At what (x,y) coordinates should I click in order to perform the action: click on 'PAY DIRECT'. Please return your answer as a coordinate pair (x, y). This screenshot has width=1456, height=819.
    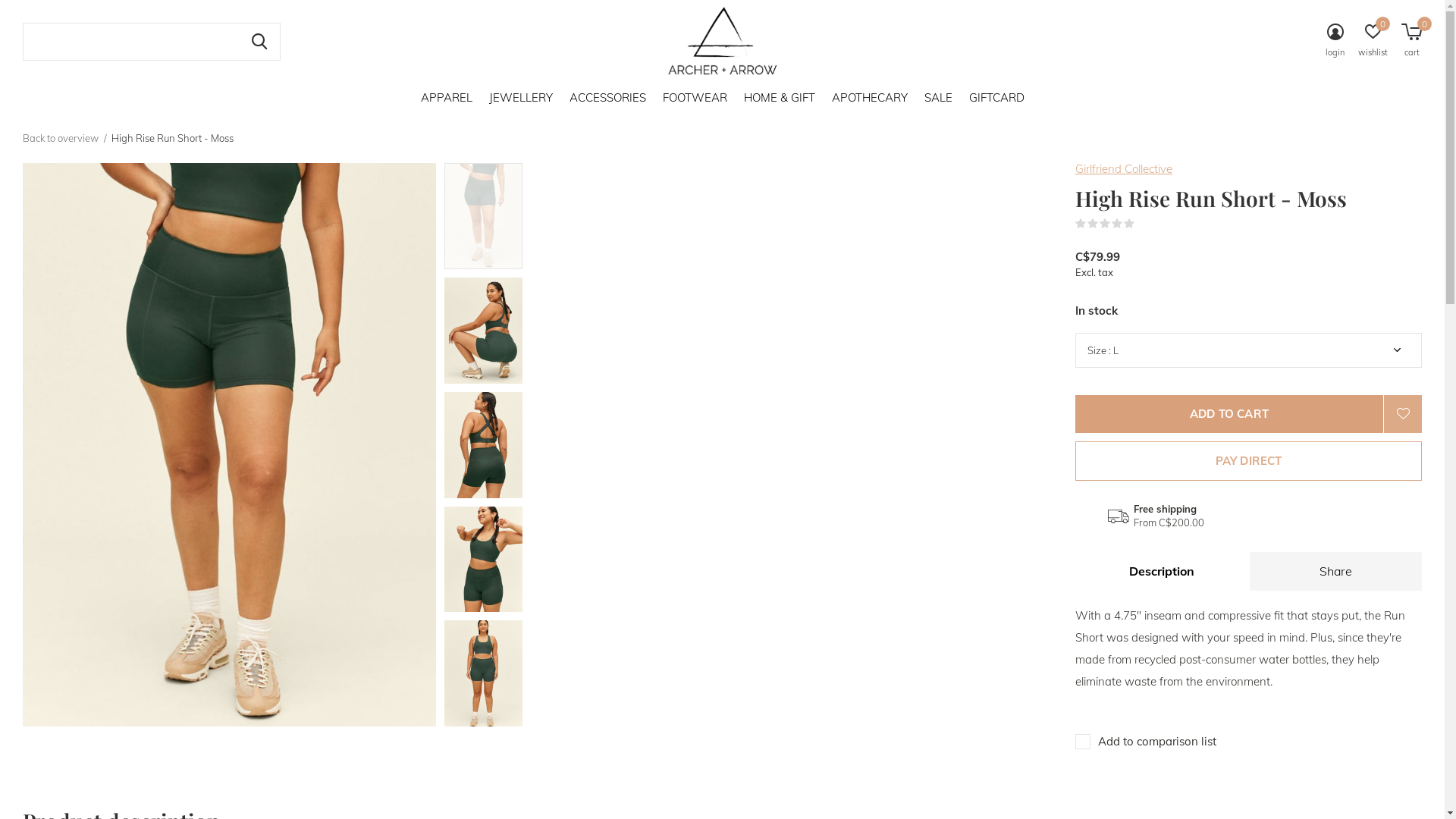
    Looking at the image, I should click on (1248, 460).